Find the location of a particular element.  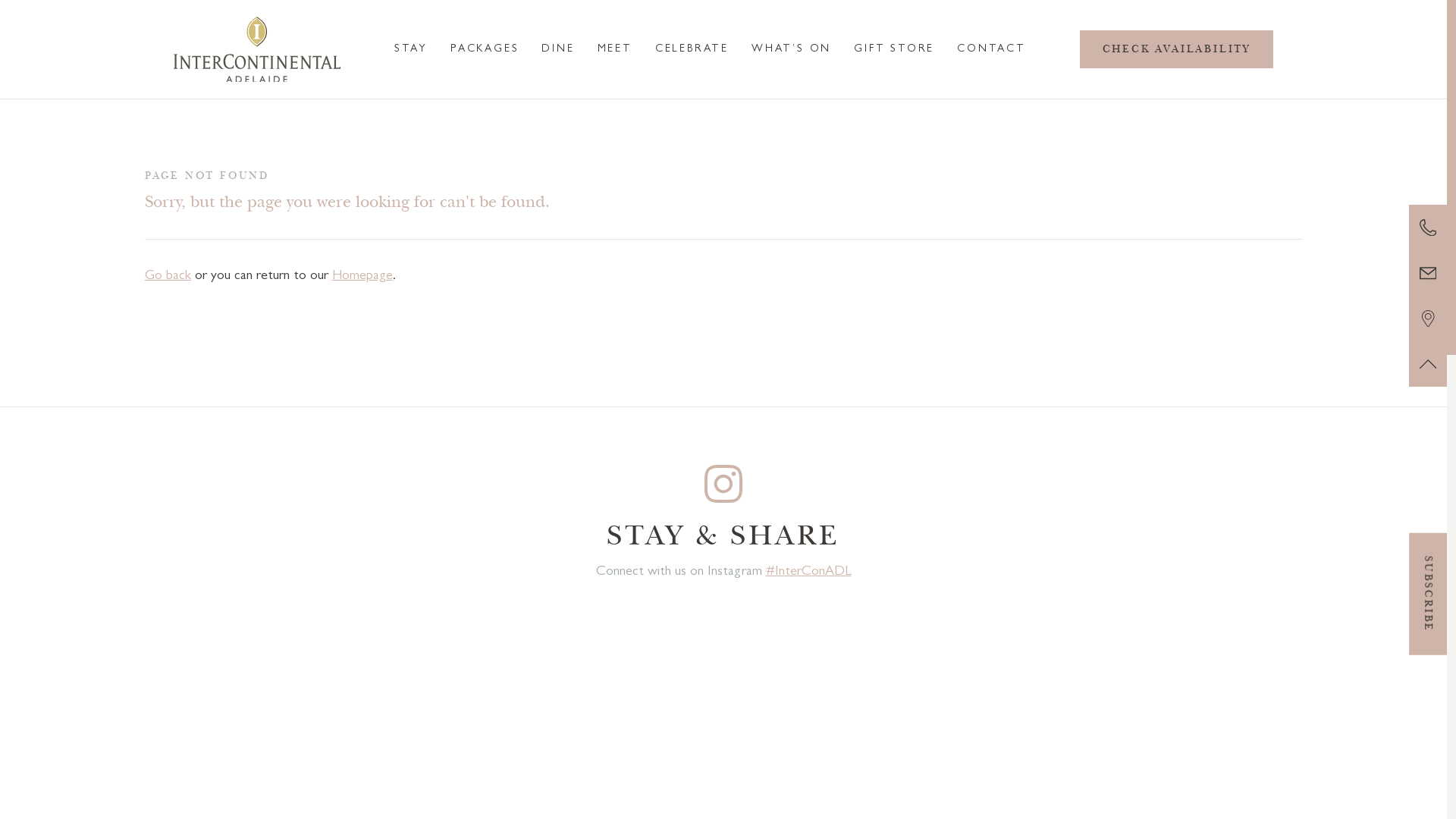

'MEET' is located at coordinates (615, 49).